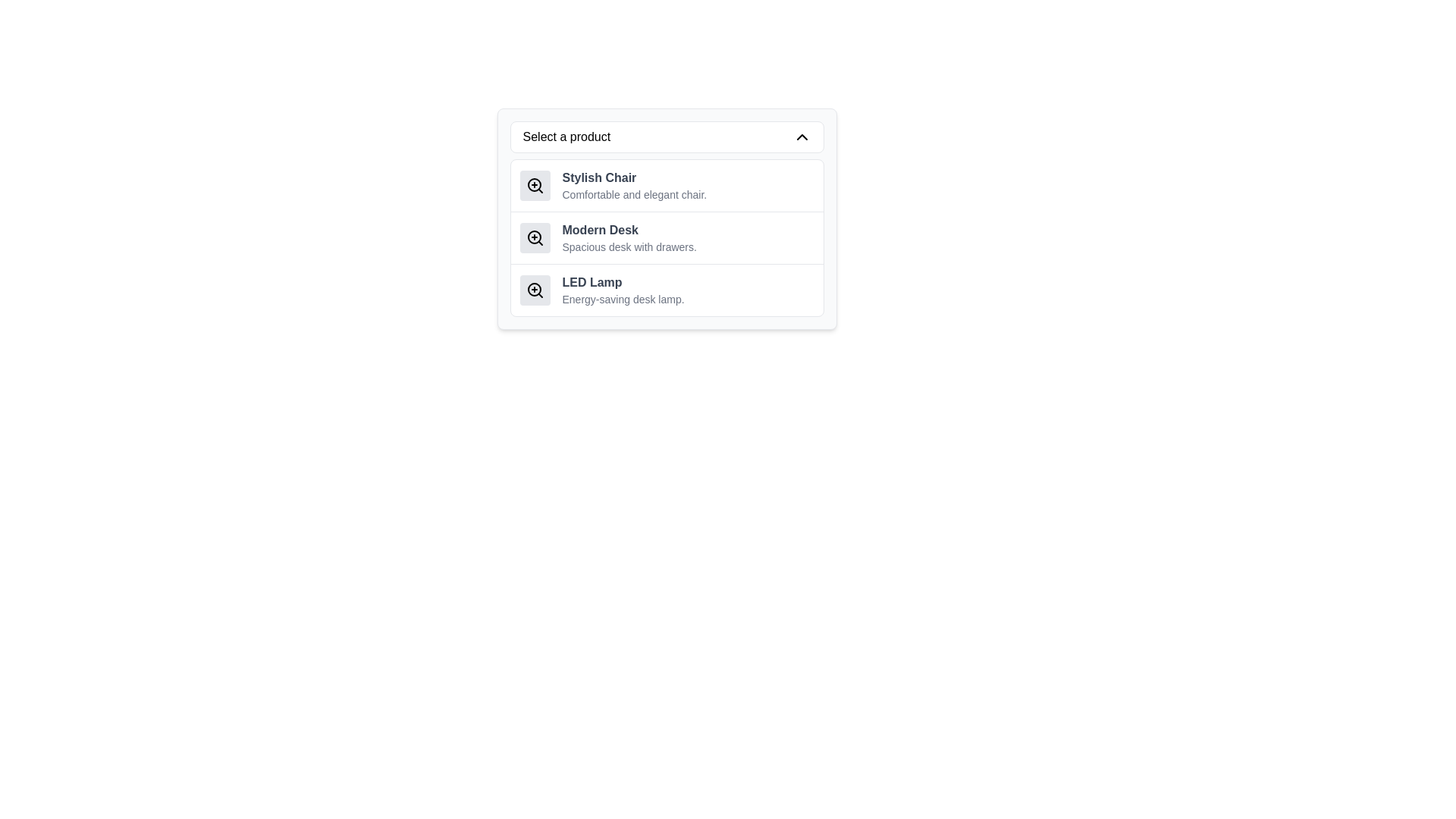 The width and height of the screenshot is (1456, 819). What do you see at coordinates (535, 185) in the screenshot?
I see `the zoom-in icon located to the left of the 'Stylish Chair' label in the first row of the product list` at bounding box center [535, 185].